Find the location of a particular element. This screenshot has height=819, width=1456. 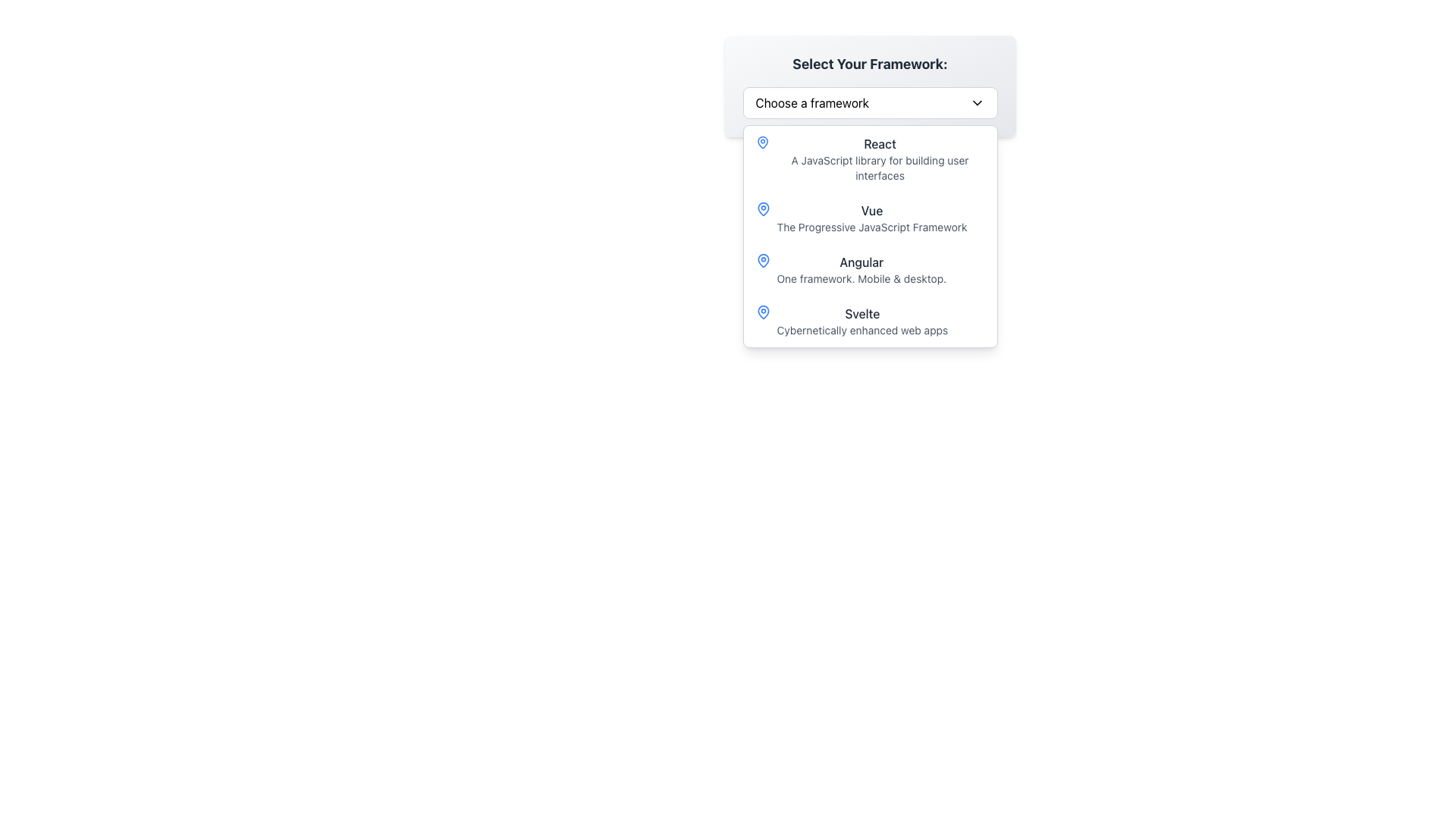

the third selectable list item labeled 'Angular' in the dropdown menu labeled 'Select Your Framework' is located at coordinates (861, 268).